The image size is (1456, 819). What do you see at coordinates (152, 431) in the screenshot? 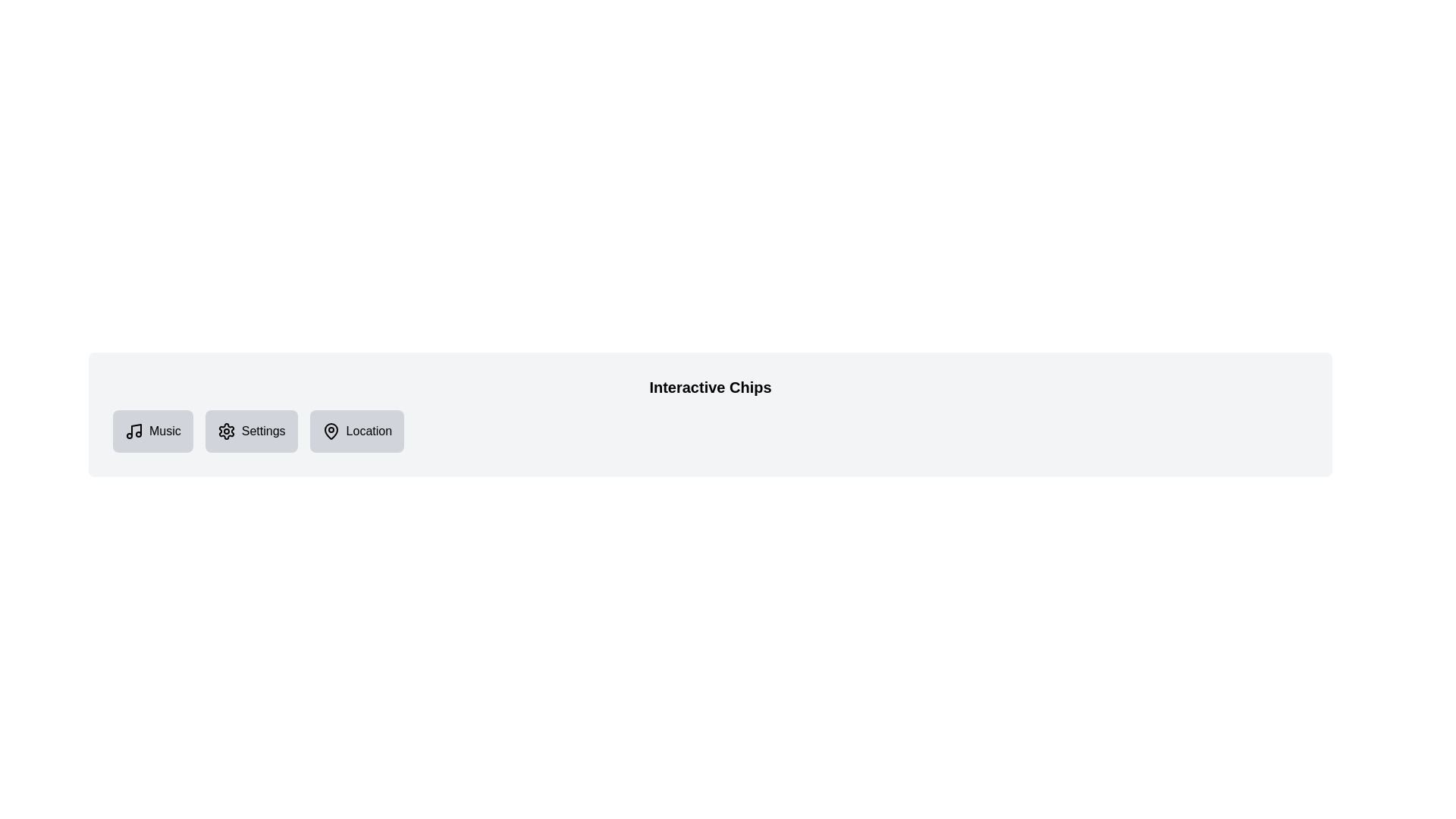
I see `the chip labeled Music to observe its hover effect` at bounding box center [152, 431].